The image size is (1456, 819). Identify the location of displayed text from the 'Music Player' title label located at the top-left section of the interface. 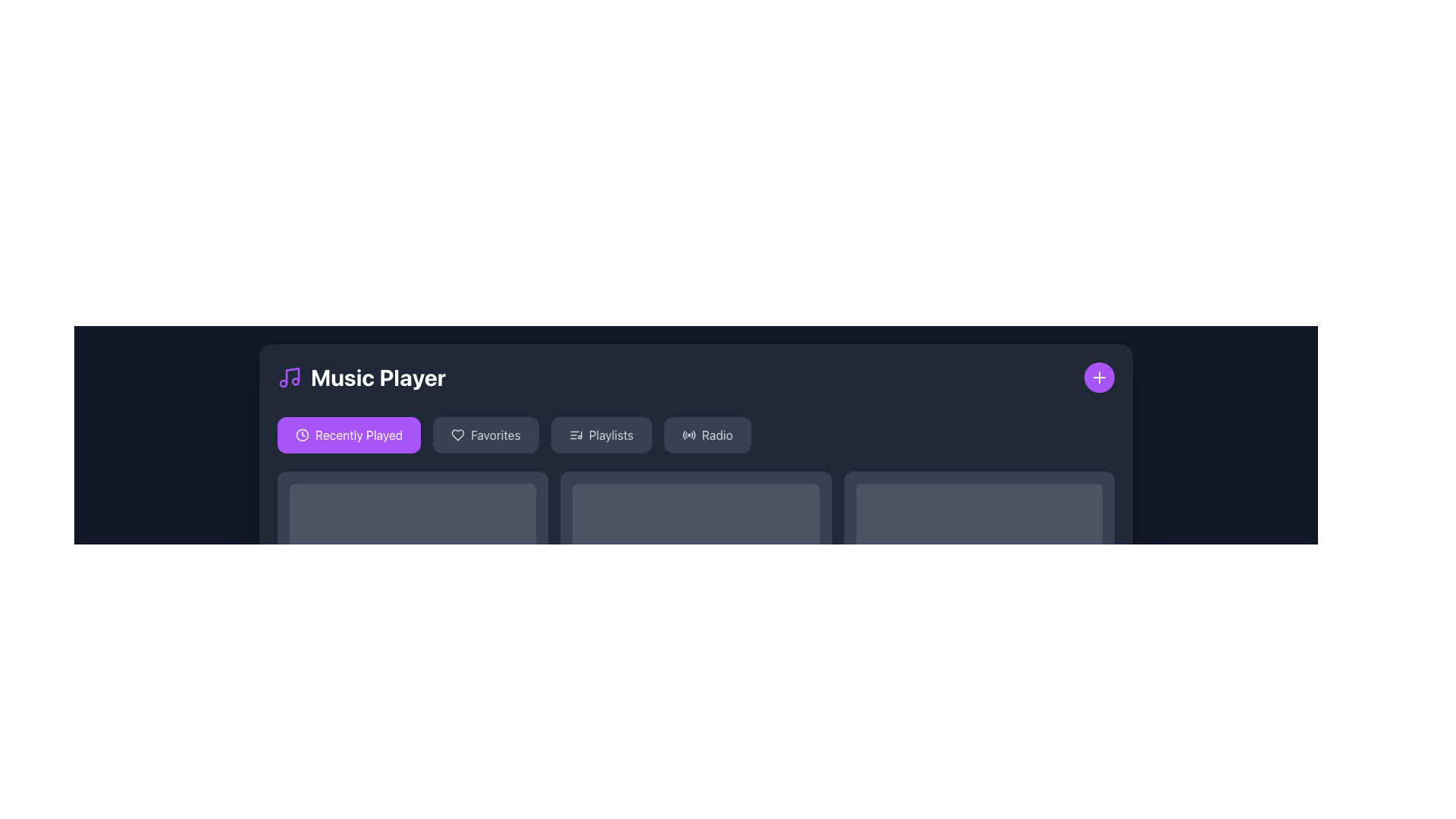
(361, 376).